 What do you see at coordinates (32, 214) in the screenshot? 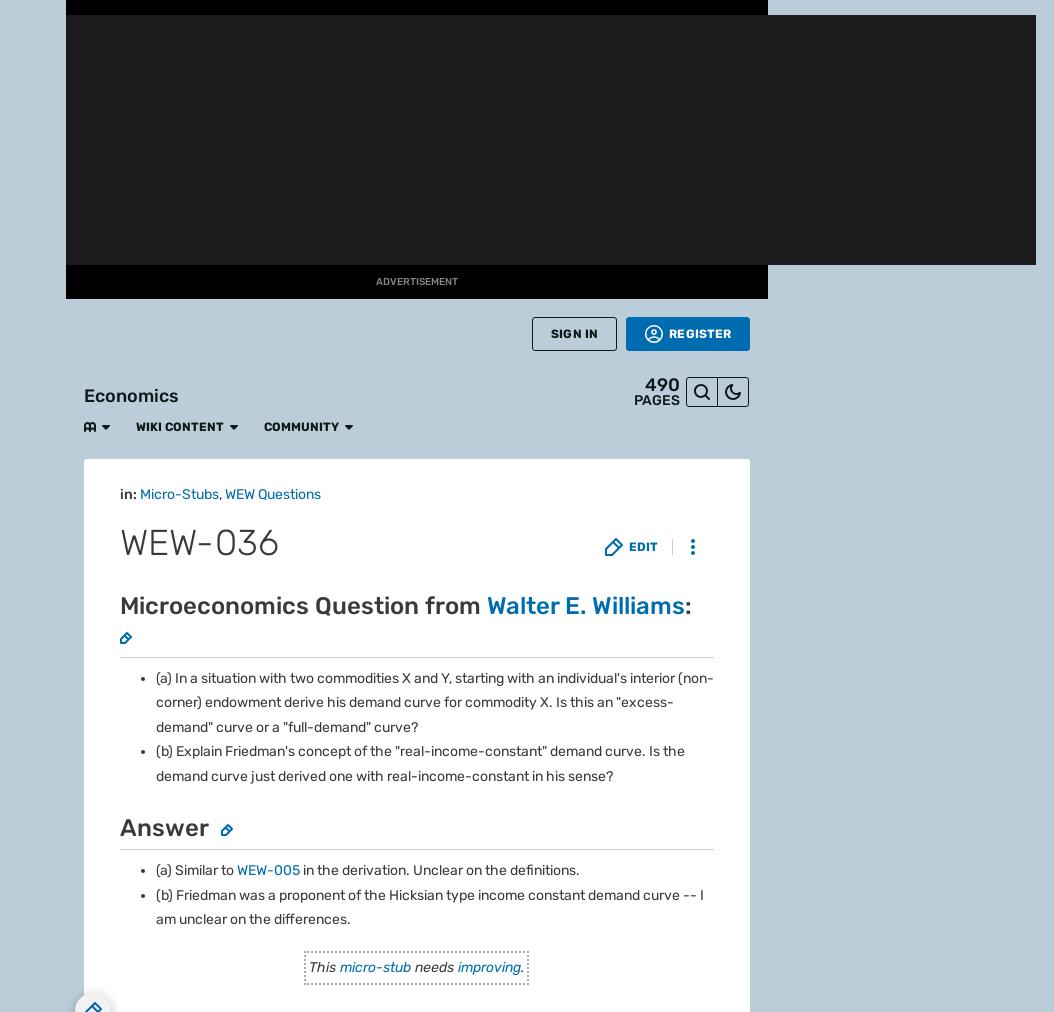
I see `'BETA'` at bounding box center [32, 214].